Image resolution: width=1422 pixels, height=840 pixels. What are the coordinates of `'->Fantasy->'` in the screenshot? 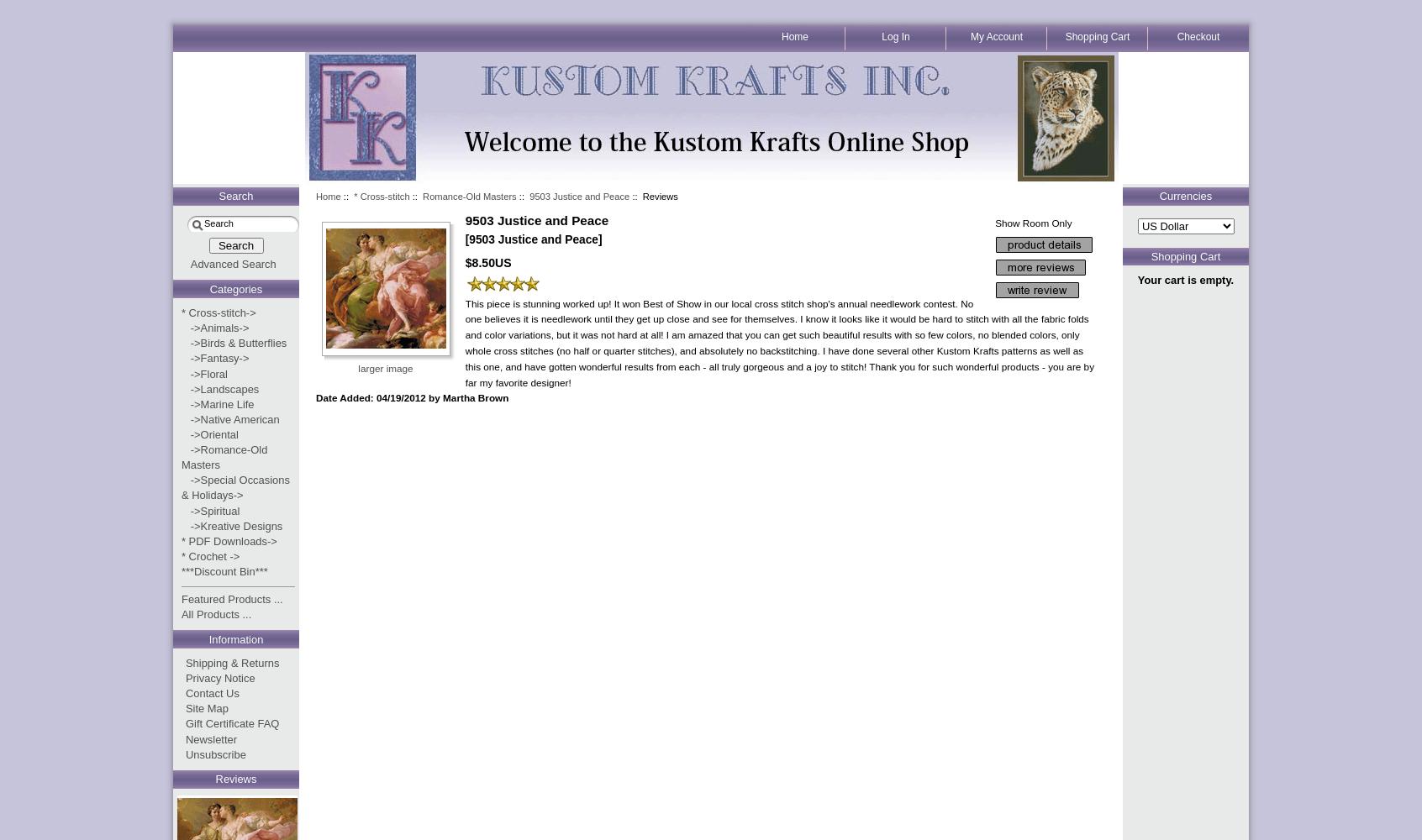 It's located at (214, 358).